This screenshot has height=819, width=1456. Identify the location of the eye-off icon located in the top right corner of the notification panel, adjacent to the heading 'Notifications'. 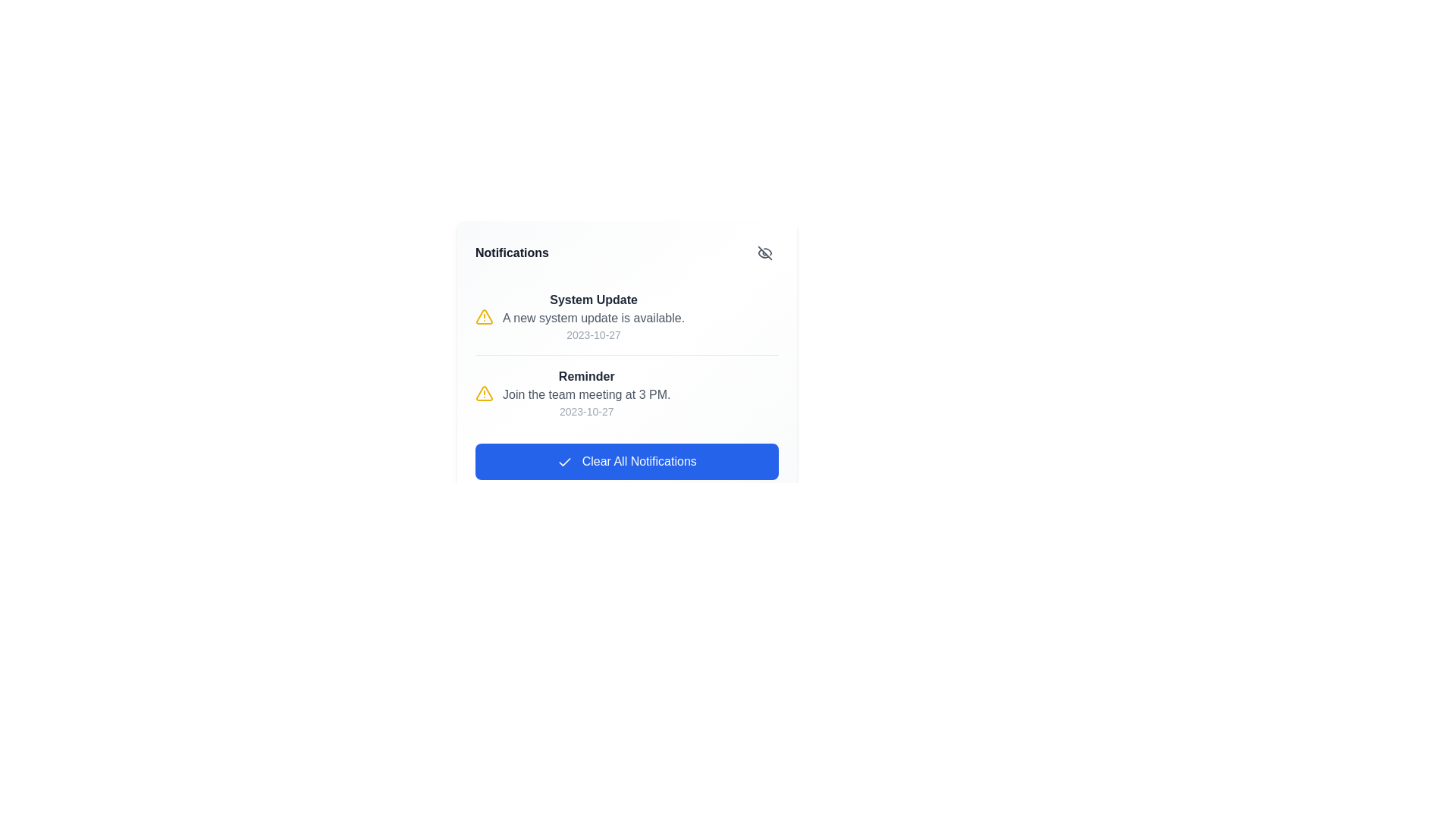
(764, 253).